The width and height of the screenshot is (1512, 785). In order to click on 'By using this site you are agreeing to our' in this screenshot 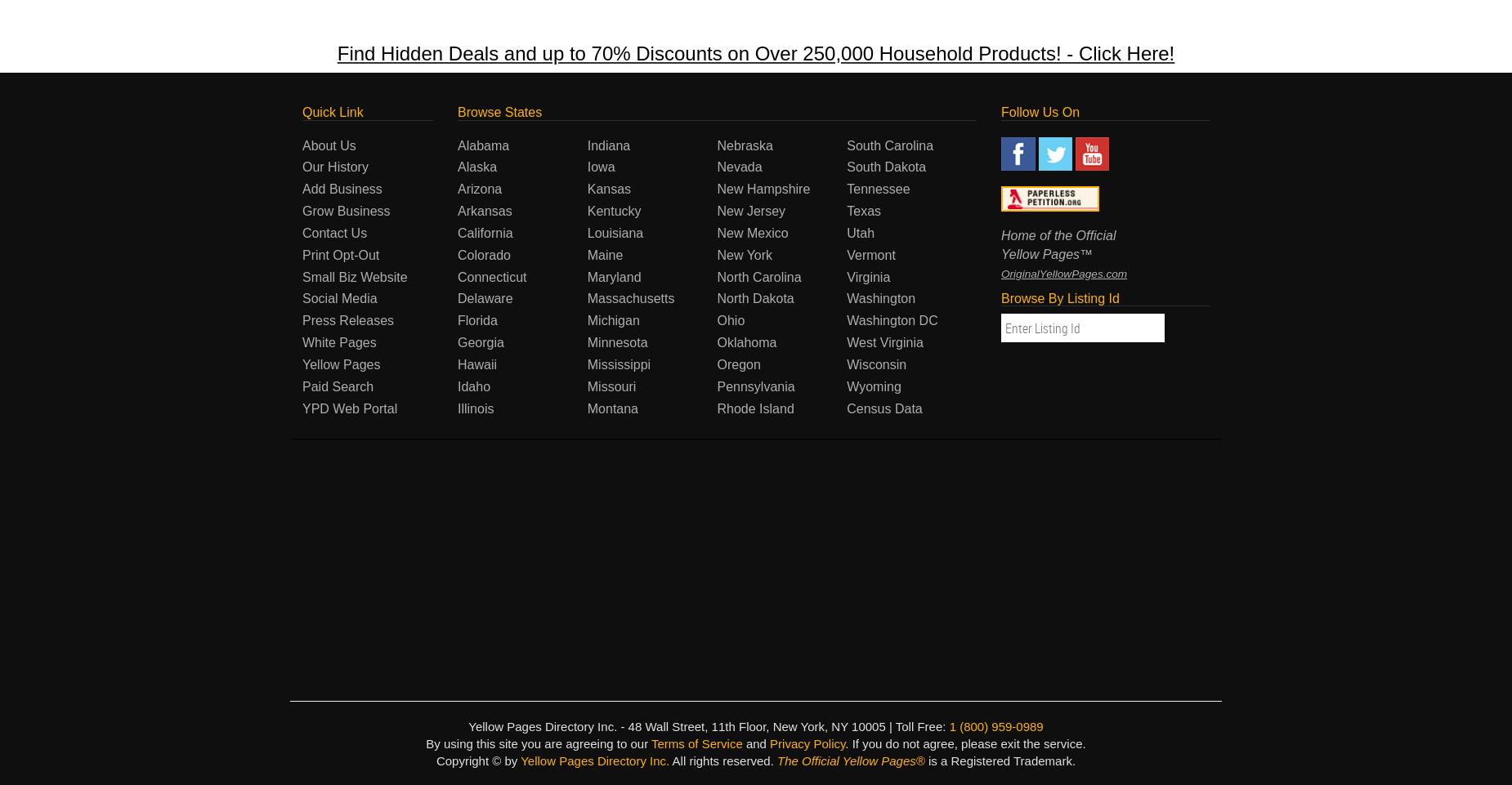, I will do `click(538, 743)`.